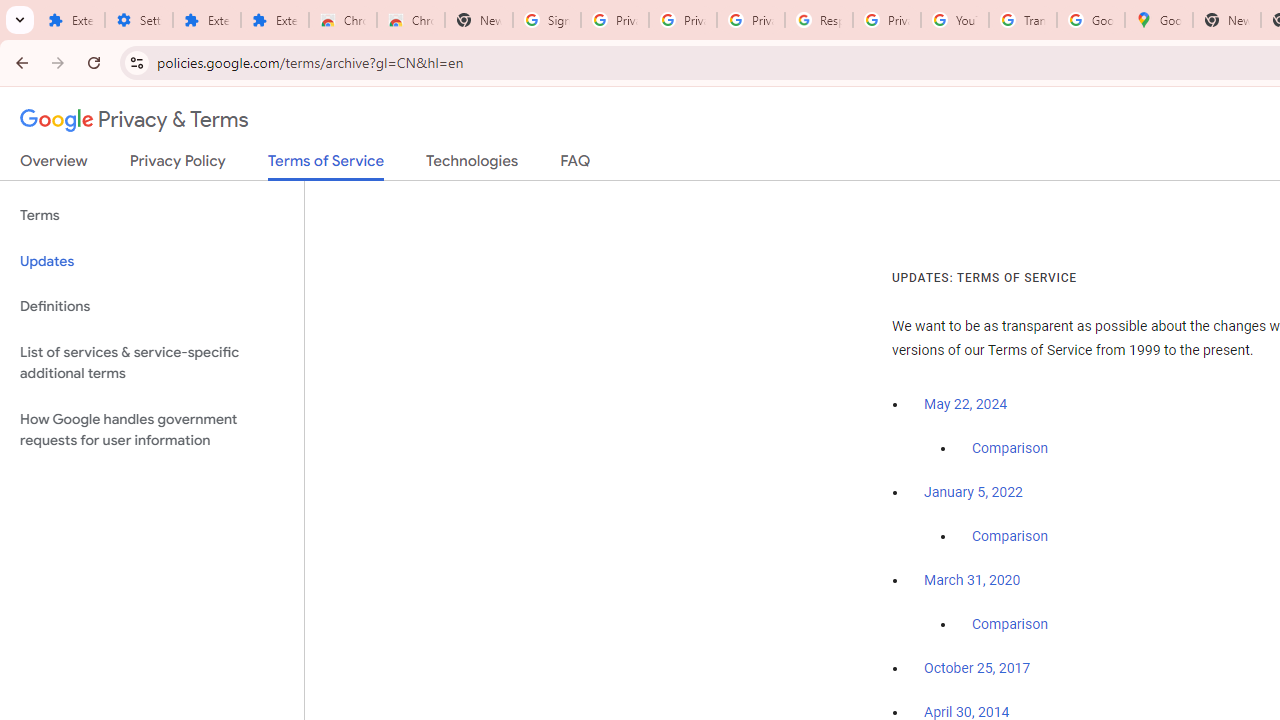 Image resolution: width=1280 pixels, height=720 pixels. What do you see at coordinates (1009, 624) in the screenshot?
I see `'Comparison'` at bounding box center [1009, 624].